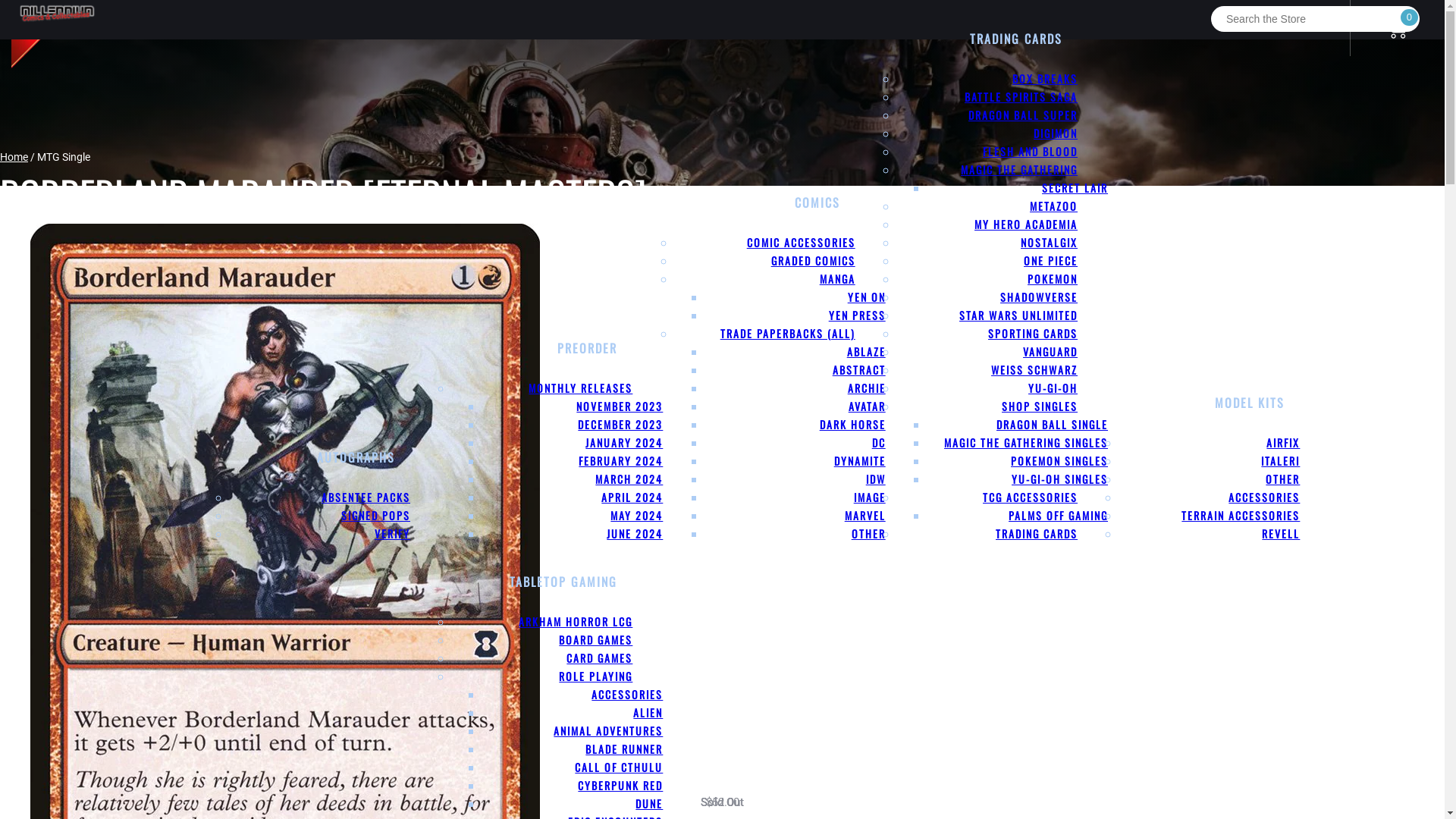  What do you see at coordinates (846, 351) in the screenshot?
I see `'ABLAZE'` at bounding box center [846, 351].